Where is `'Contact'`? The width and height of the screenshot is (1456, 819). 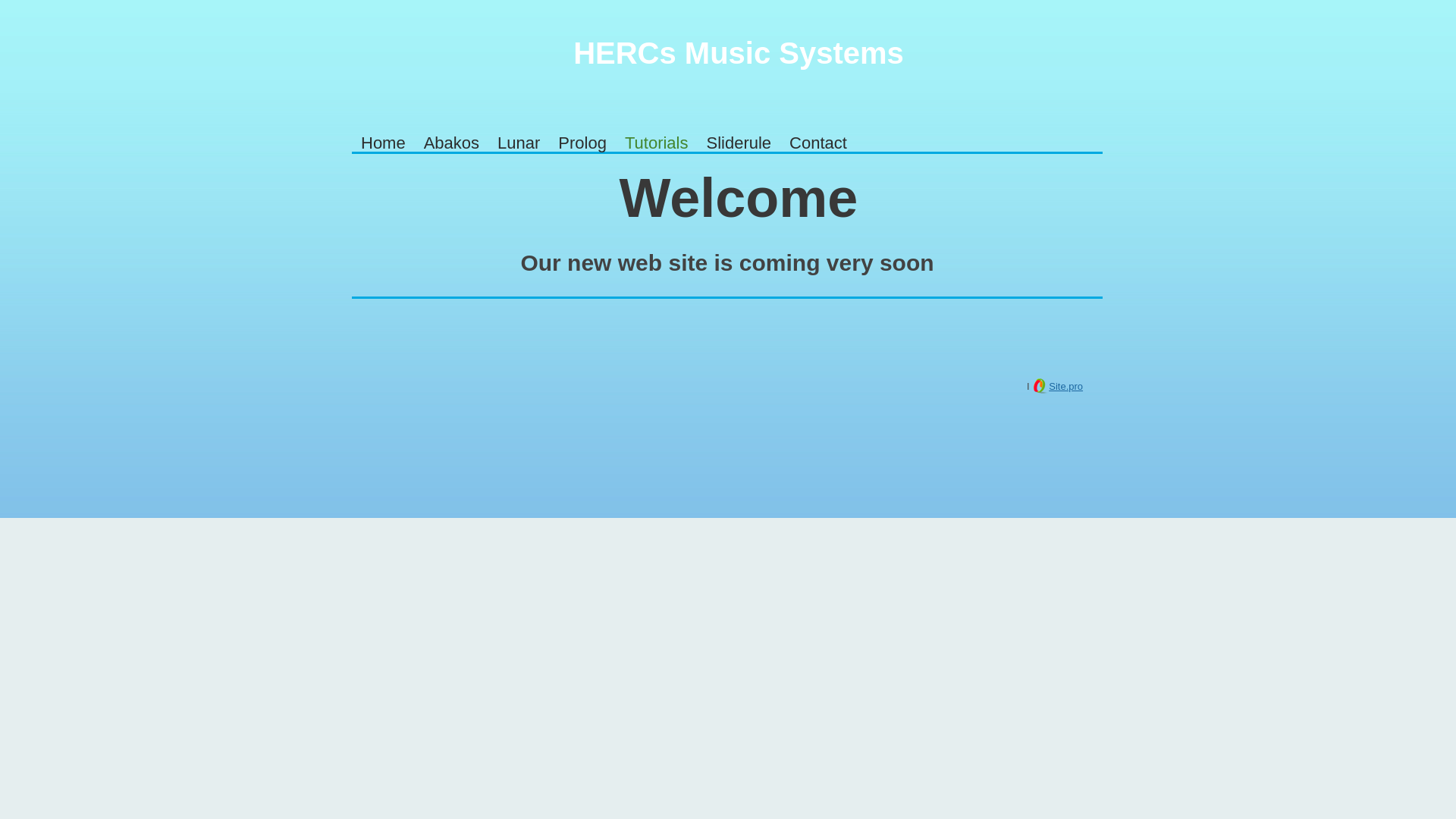
'Contact' is located at coordinates (817, 143).